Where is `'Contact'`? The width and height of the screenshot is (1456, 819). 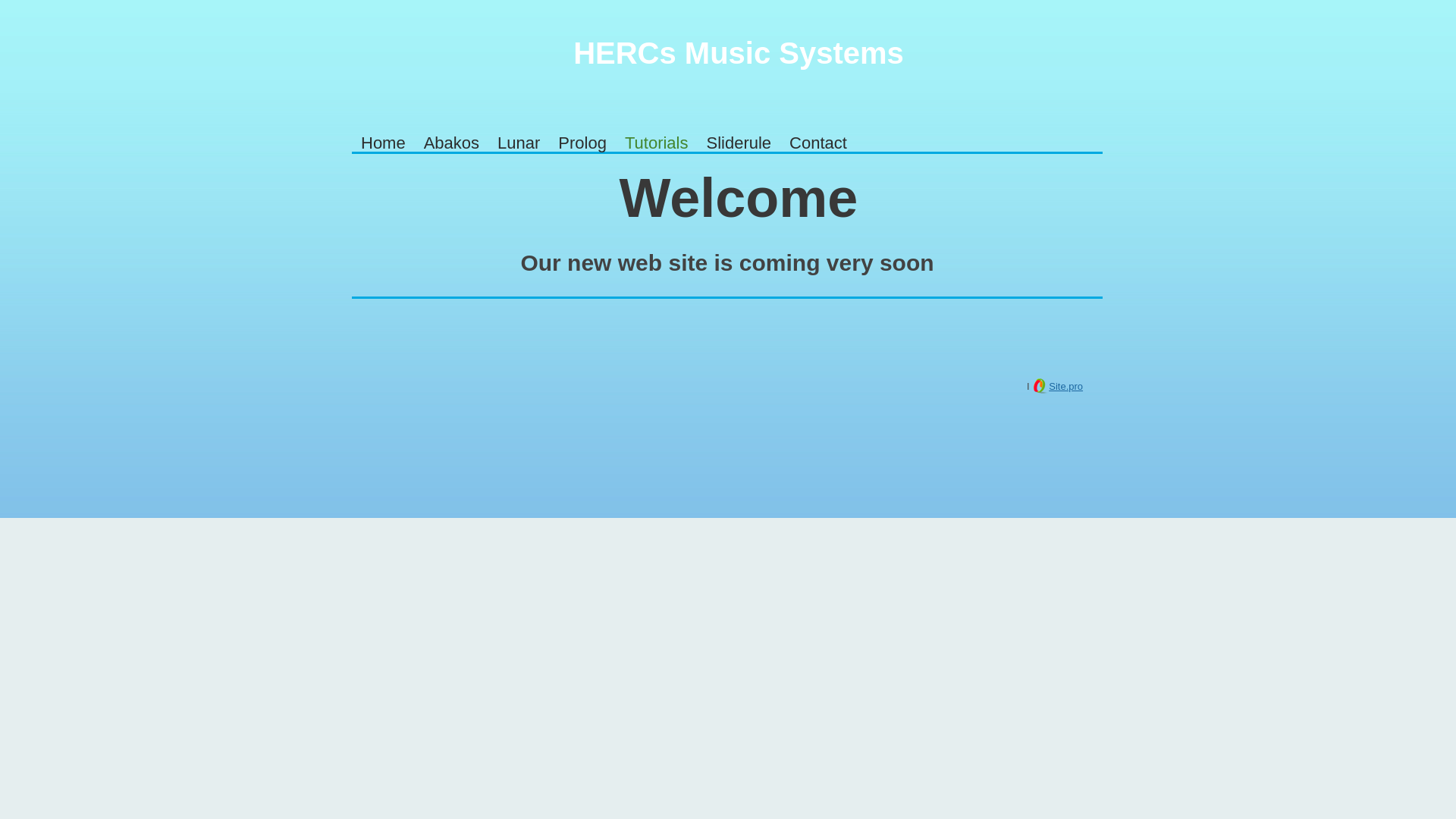
'Contact' is located at coordinates (817, 143).